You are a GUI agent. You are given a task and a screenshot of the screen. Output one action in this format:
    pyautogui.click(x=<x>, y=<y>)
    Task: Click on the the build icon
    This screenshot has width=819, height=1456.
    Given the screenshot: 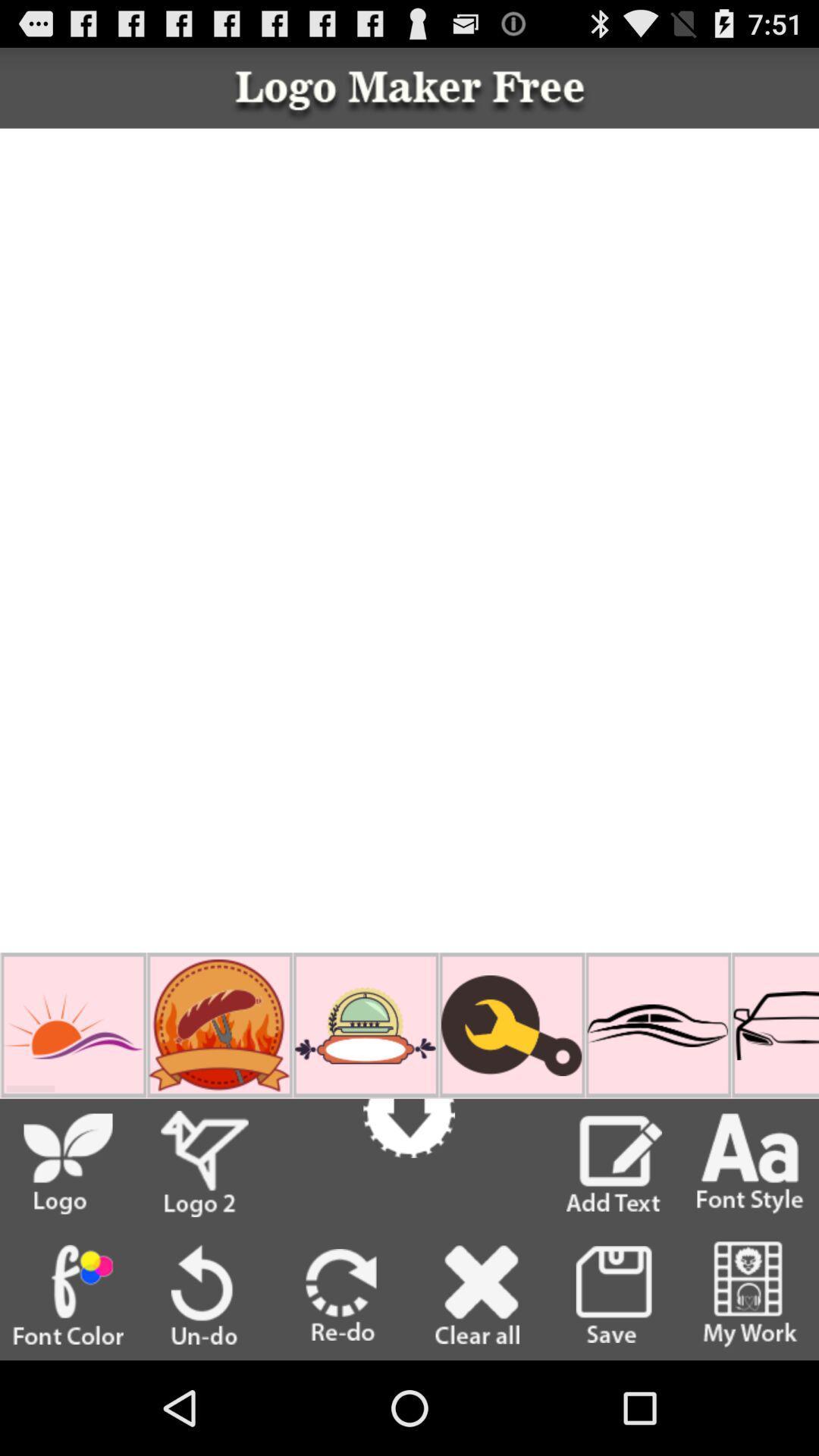 What is the action you would take?
    pyautogui.click(x=511, y=1097)
    